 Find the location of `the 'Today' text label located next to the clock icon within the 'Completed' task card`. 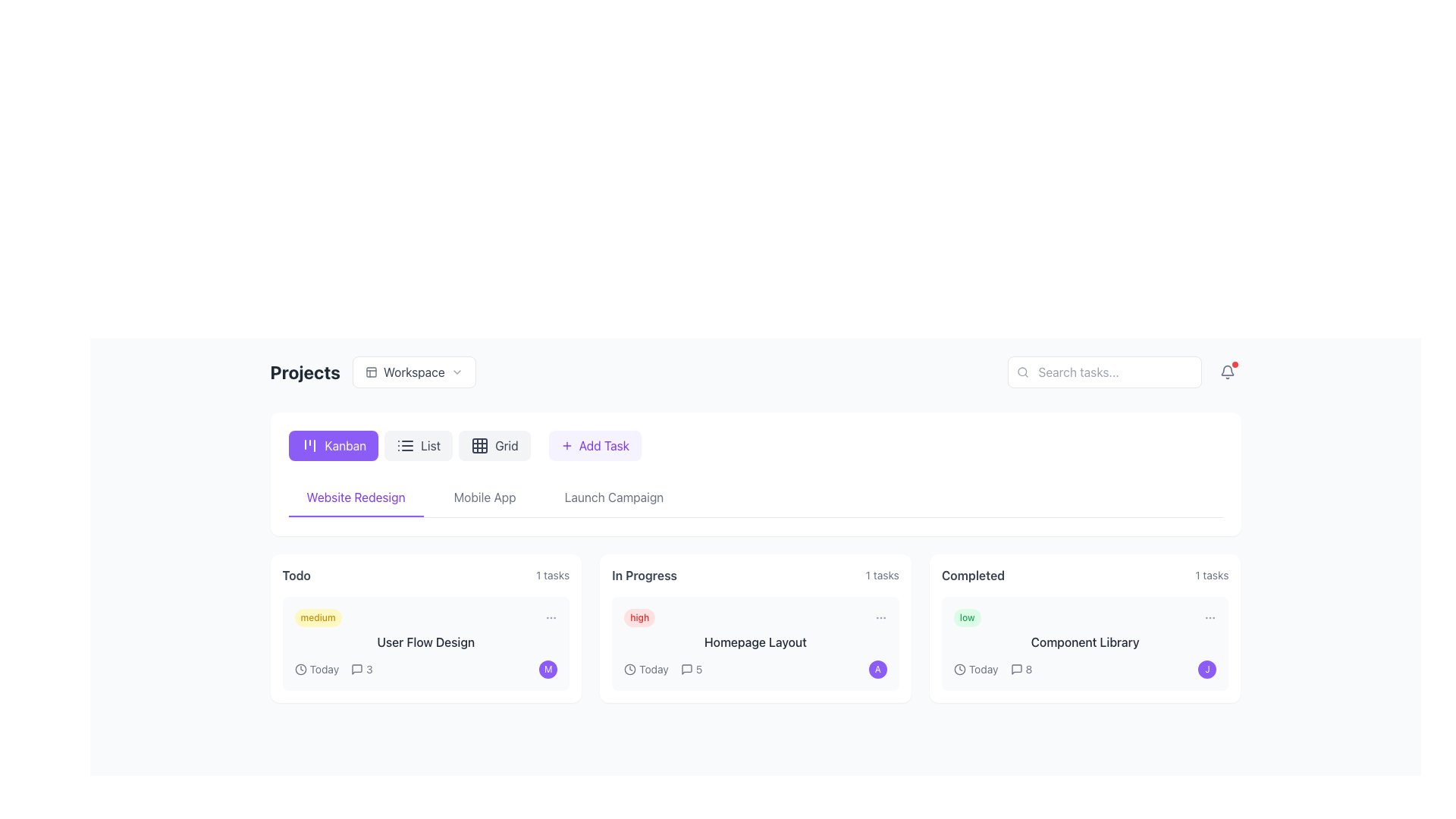

the 'Today' text label located next to the clock icon within the 'Completed' task card is located at coordinates (984, 669).